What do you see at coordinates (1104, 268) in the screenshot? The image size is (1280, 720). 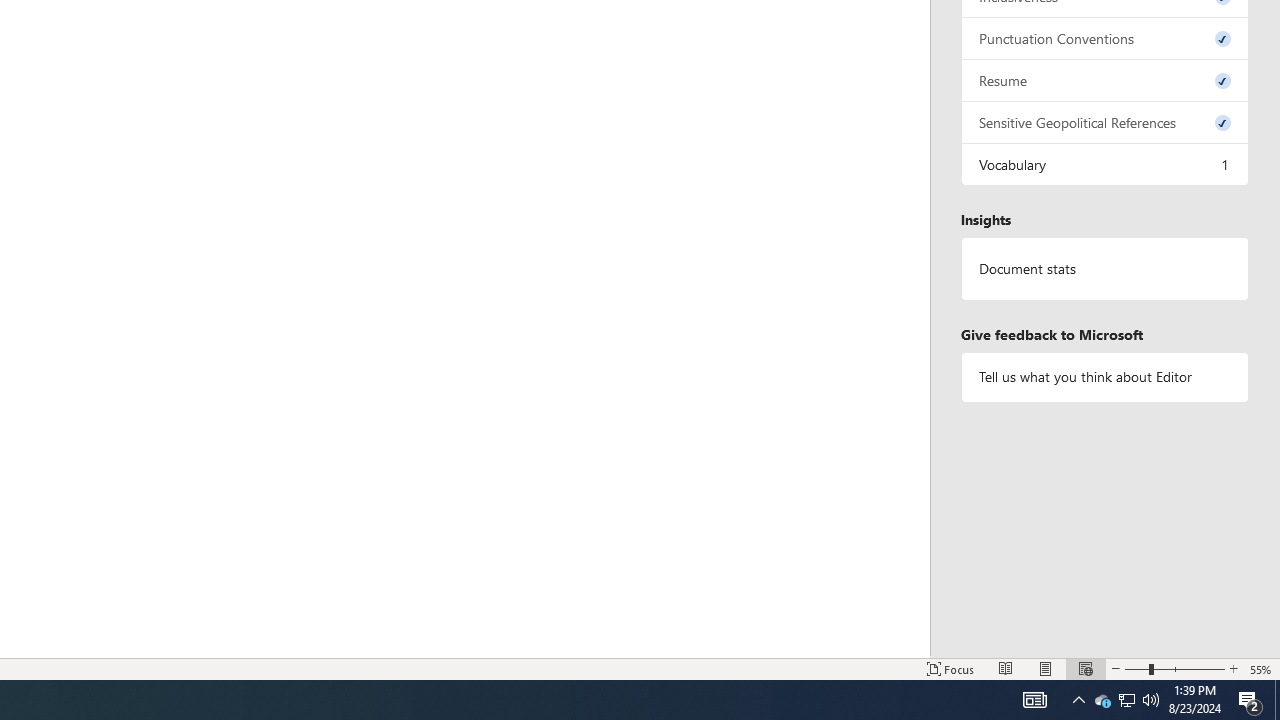 I see `'Document statistics'` at bounding box center [1104, 268].